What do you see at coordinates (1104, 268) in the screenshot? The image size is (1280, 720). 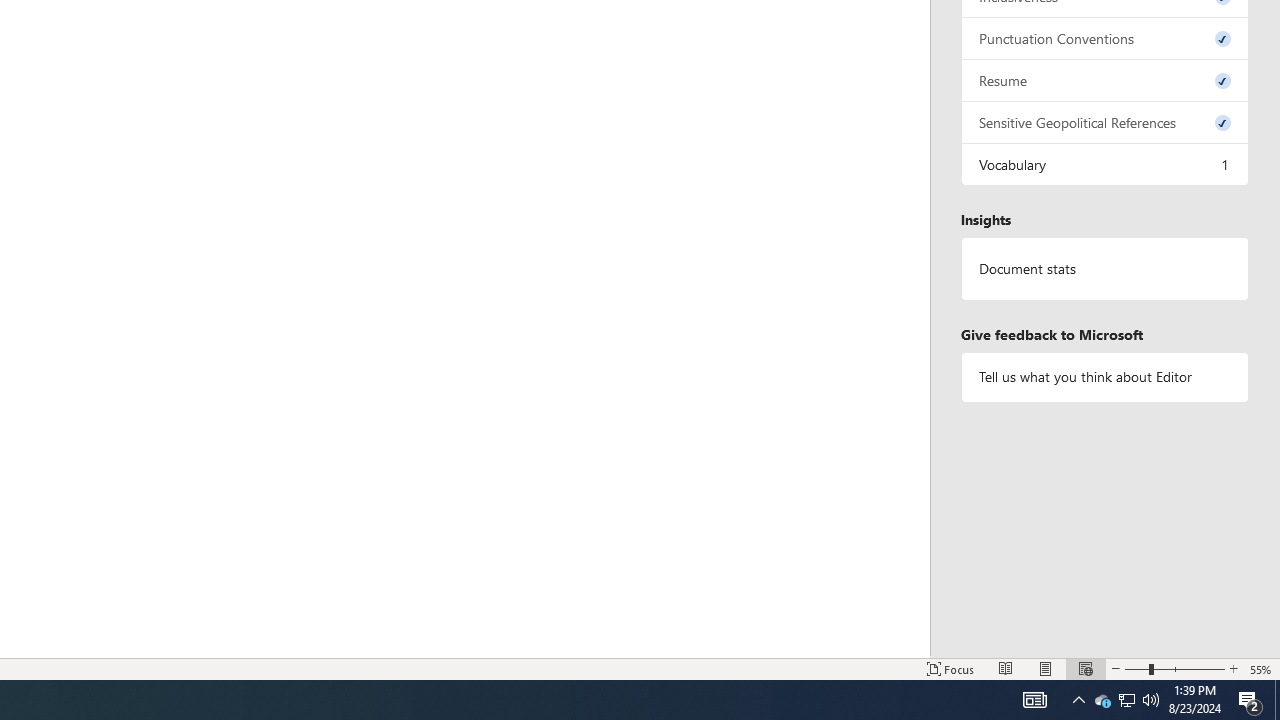 I see `'Document statistics'` at bounding box center [1104, 268].